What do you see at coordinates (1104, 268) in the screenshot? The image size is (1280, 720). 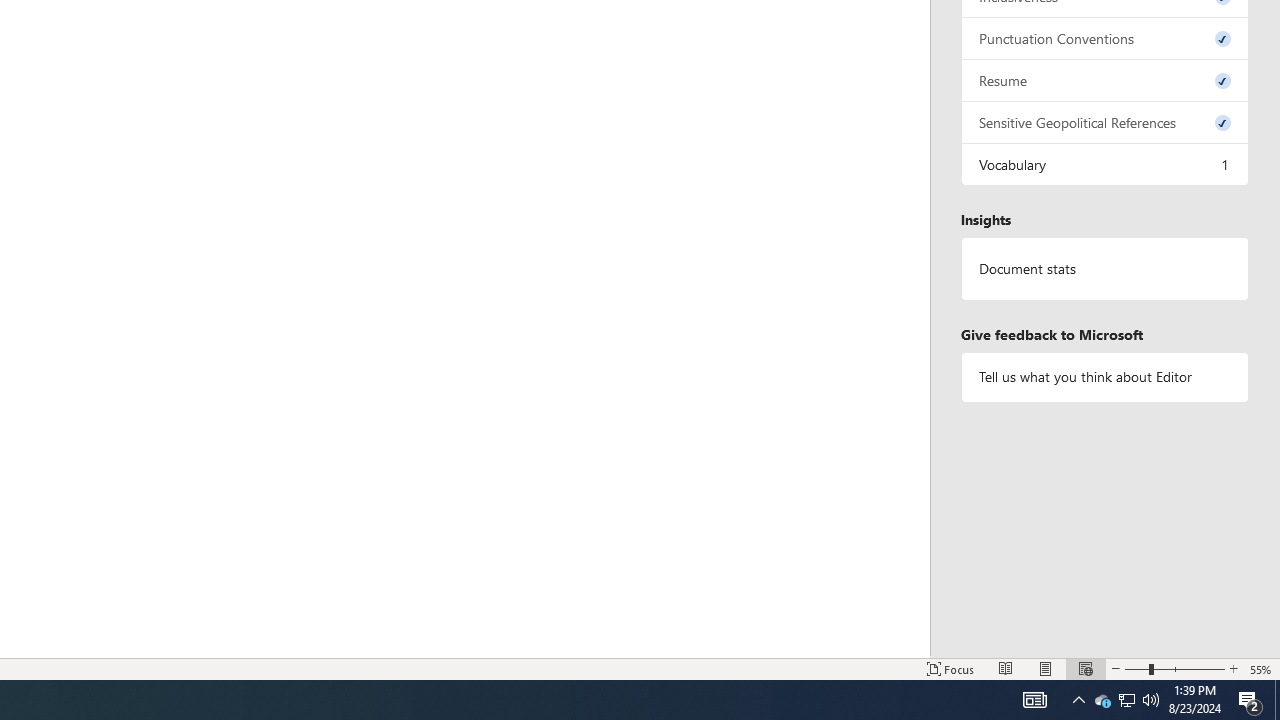 I see `'Document statistics'` at bounding box center [1104, 268].